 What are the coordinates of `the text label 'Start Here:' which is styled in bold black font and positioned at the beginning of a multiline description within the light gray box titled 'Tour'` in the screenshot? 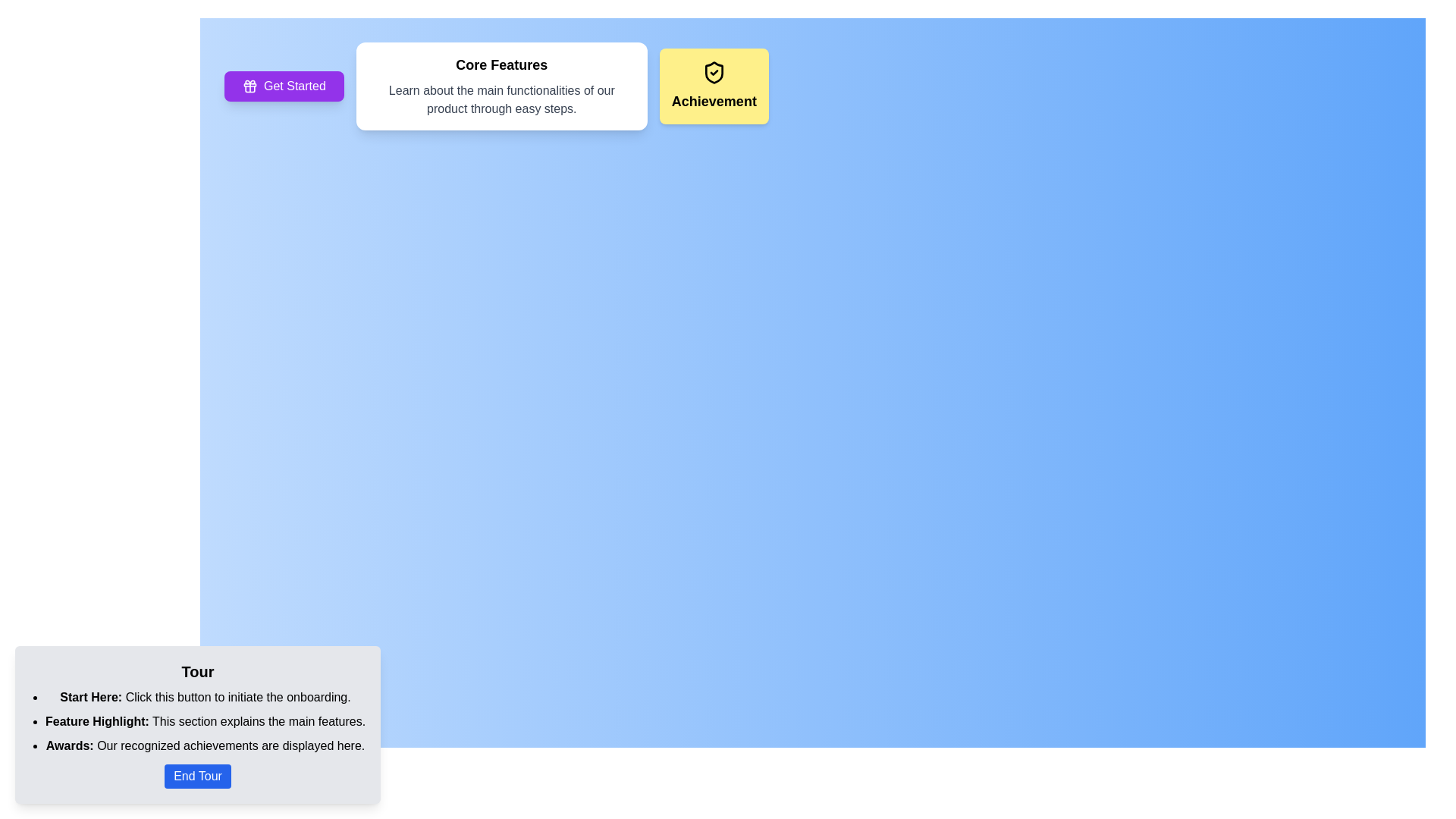 It's located at (90, 697).